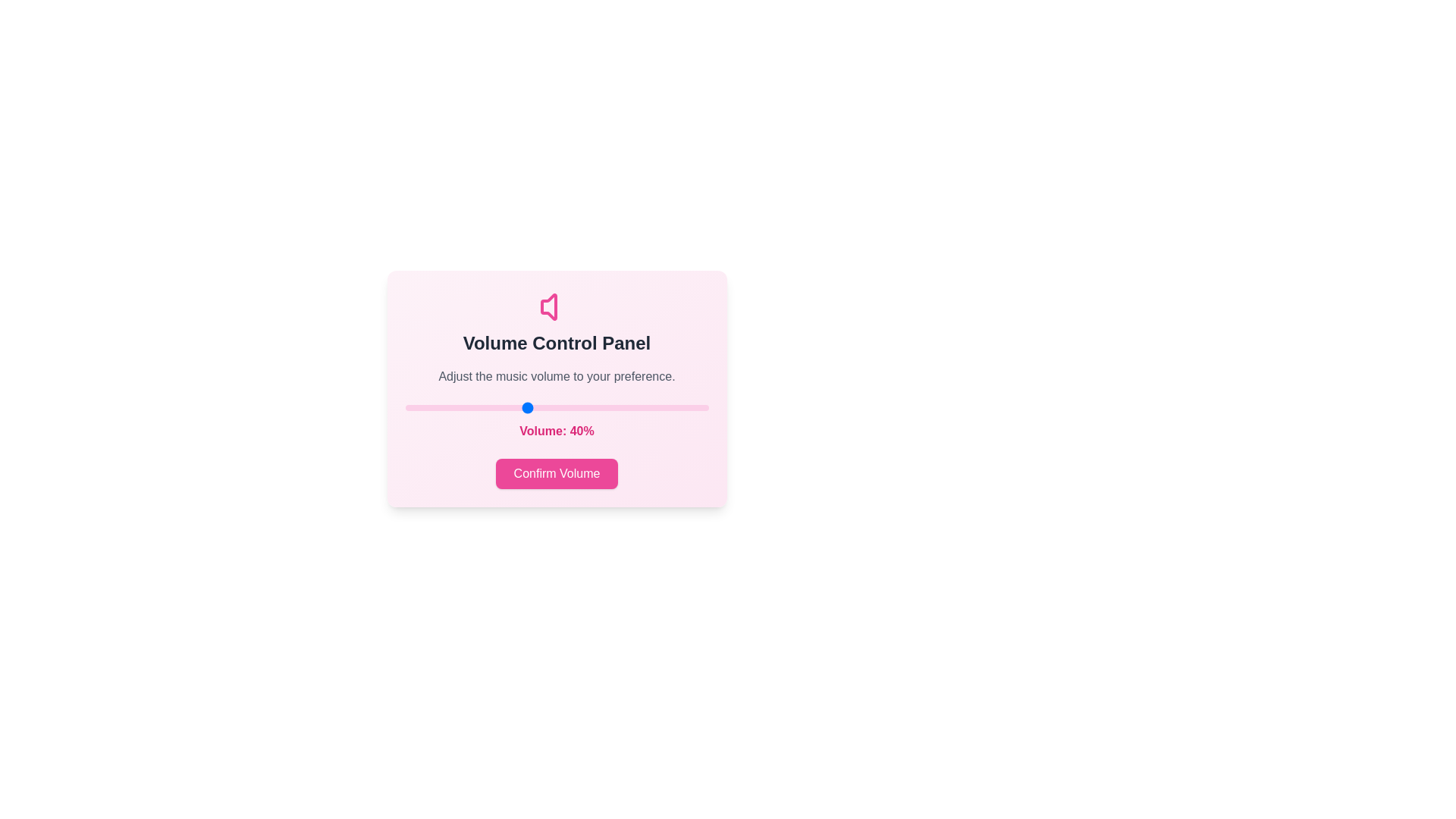 This screenshot has height=819, width=1456. What do you see at coordinates (441, 406) in the screenshot?
I see `the volume to 12 percent by dragging the slider` at bounding box center [441, 406].